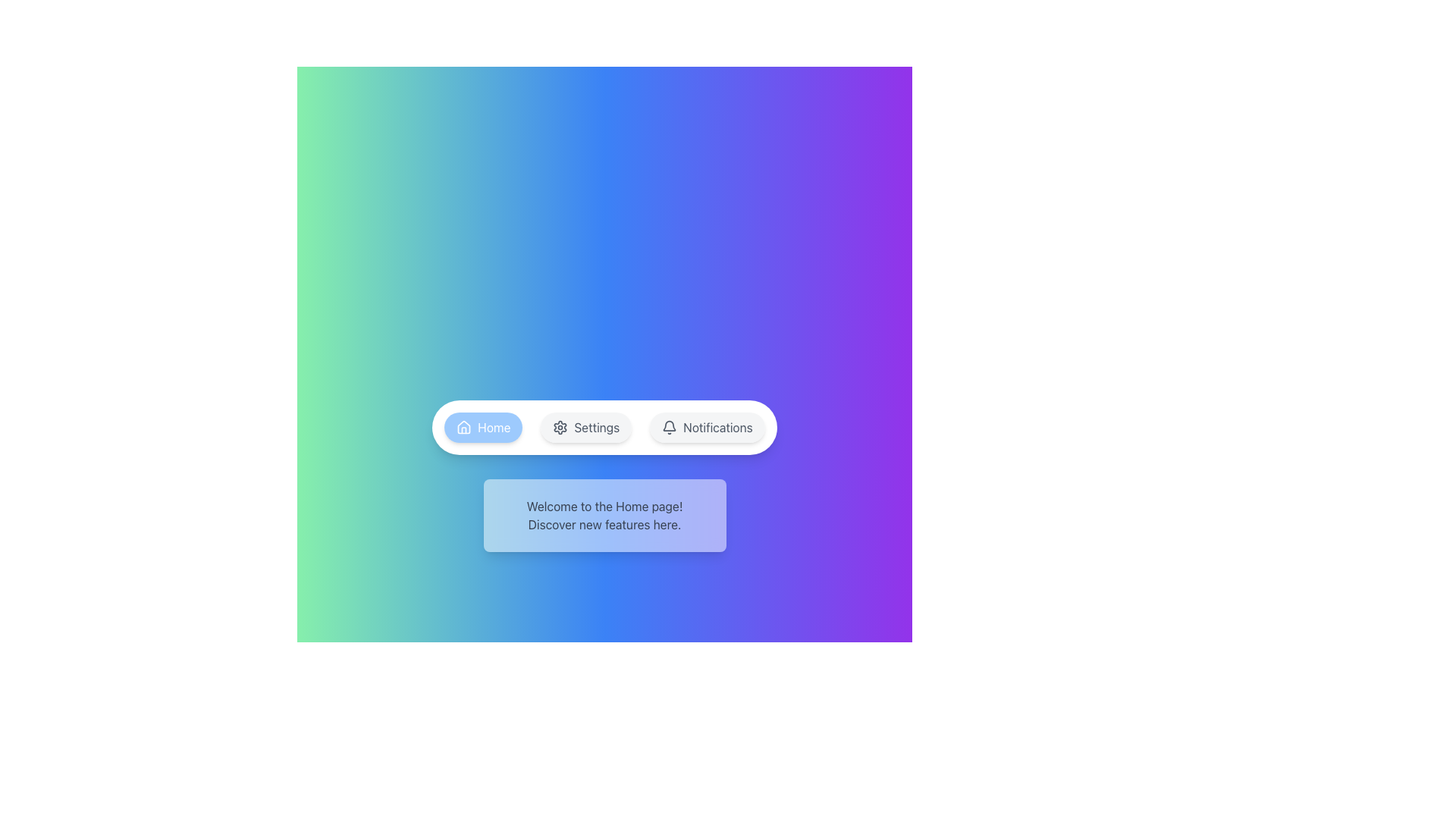 The width and height of the screenshot is (1456, 819). I want to click on the 'Home' icon located at the leftmost part of the 'Home' button, which is contained within a rounded rectangular button, so click(463, 427).